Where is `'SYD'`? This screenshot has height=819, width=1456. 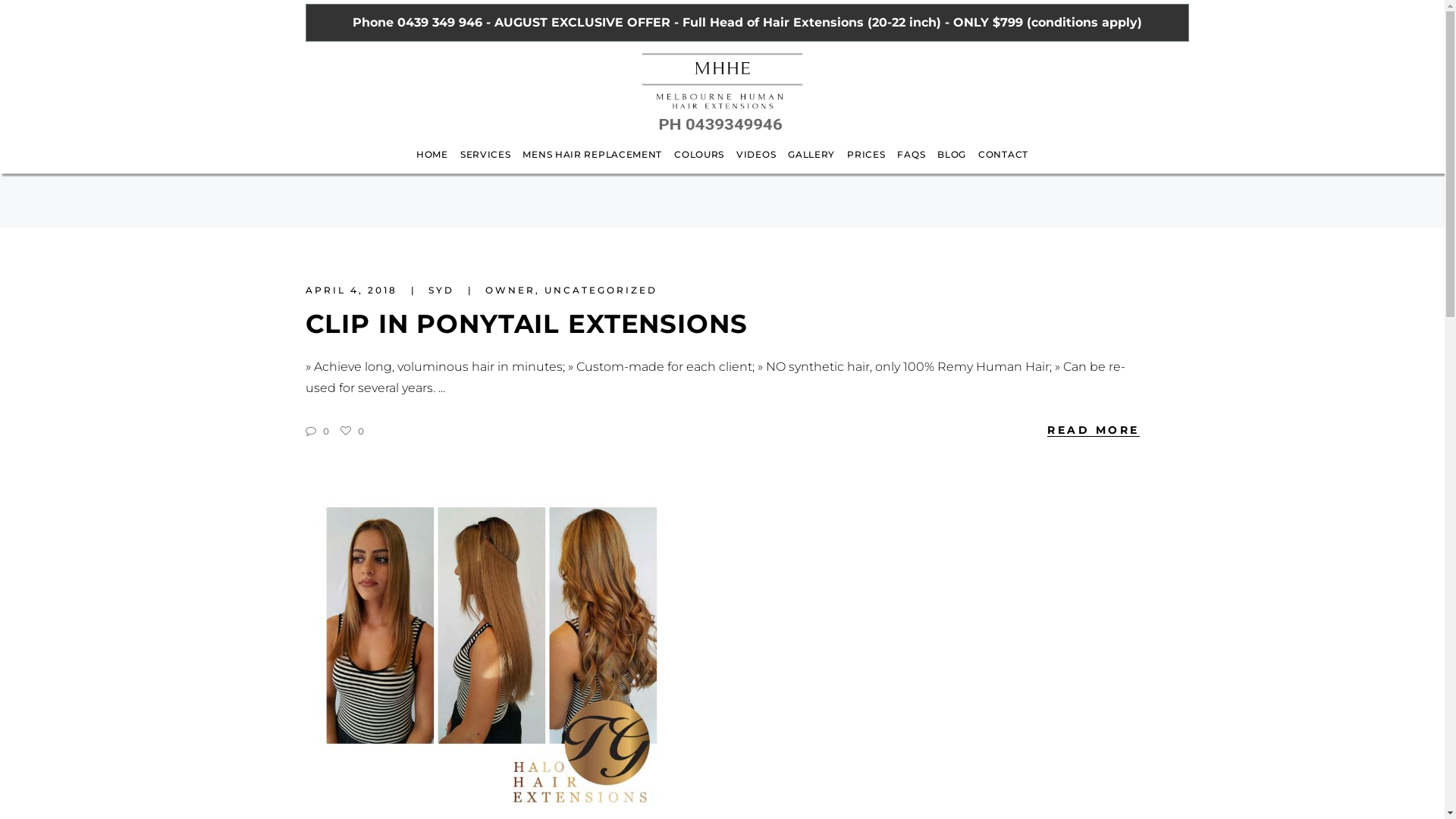 'SYD' is located at coordinates (442, 290).